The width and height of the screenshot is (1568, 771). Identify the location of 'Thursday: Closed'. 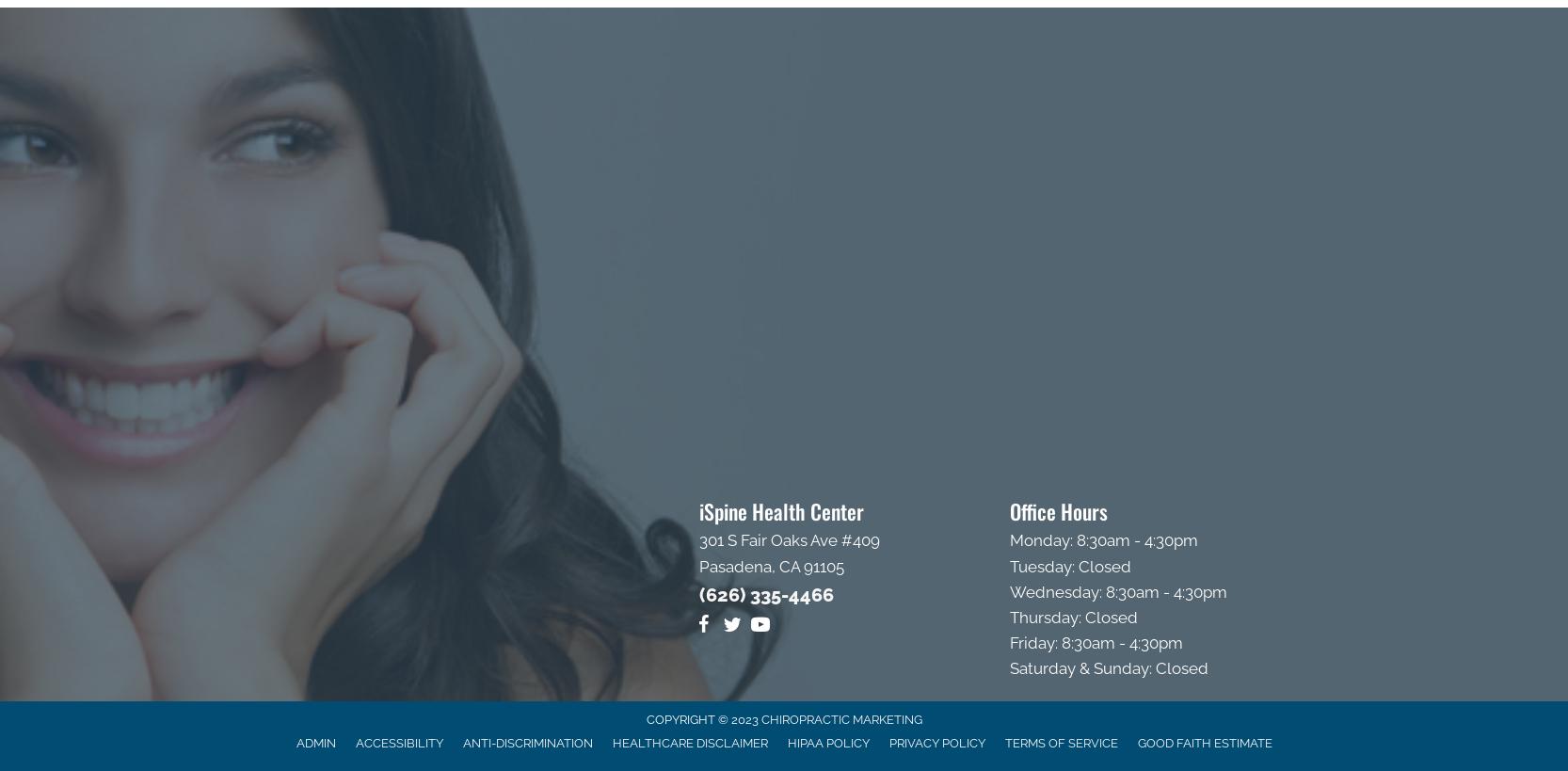
(1073, 618).